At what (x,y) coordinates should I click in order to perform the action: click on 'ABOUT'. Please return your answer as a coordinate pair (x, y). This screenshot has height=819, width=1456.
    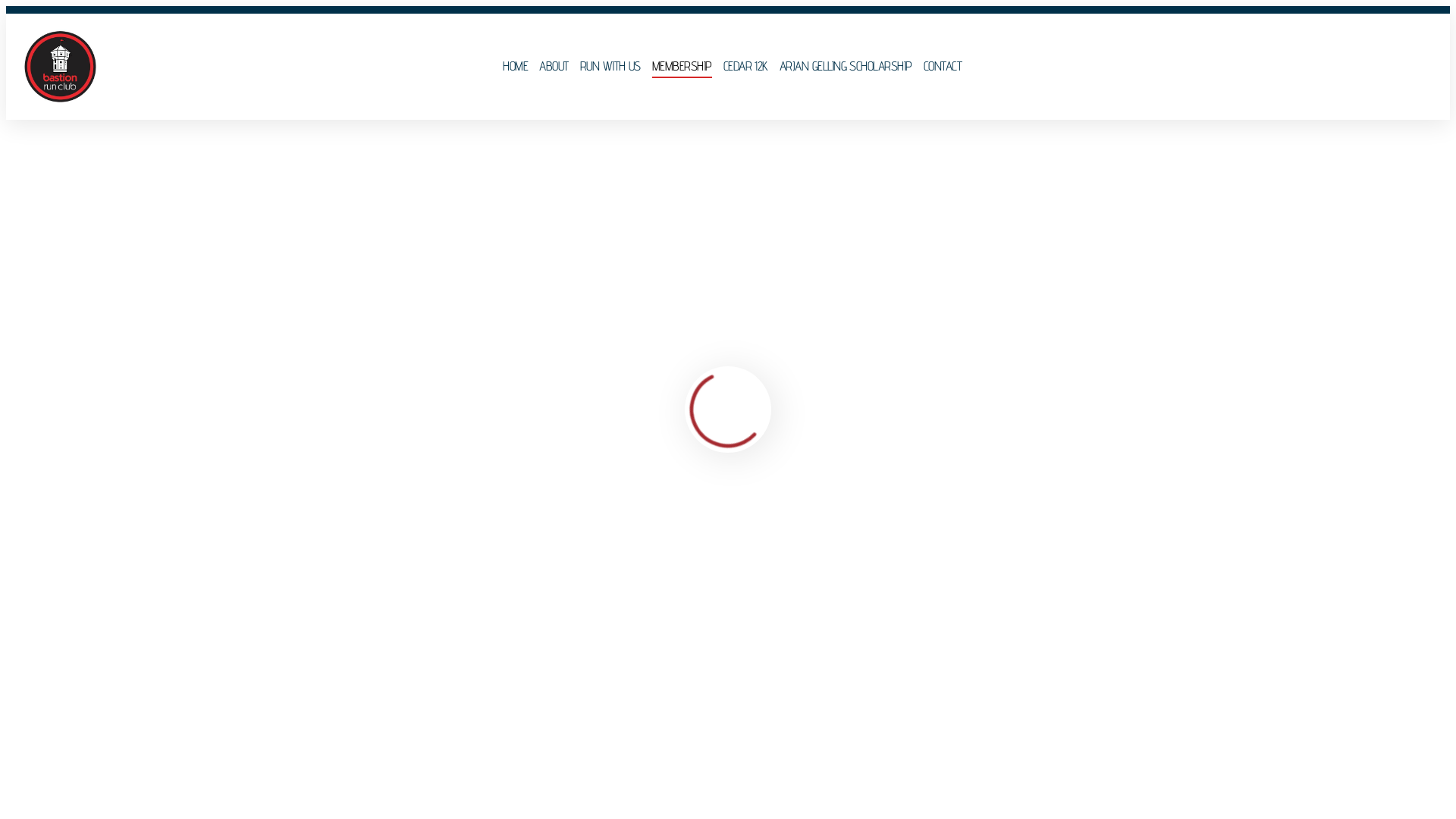
    Looking at the image, I should click on (538, 66).